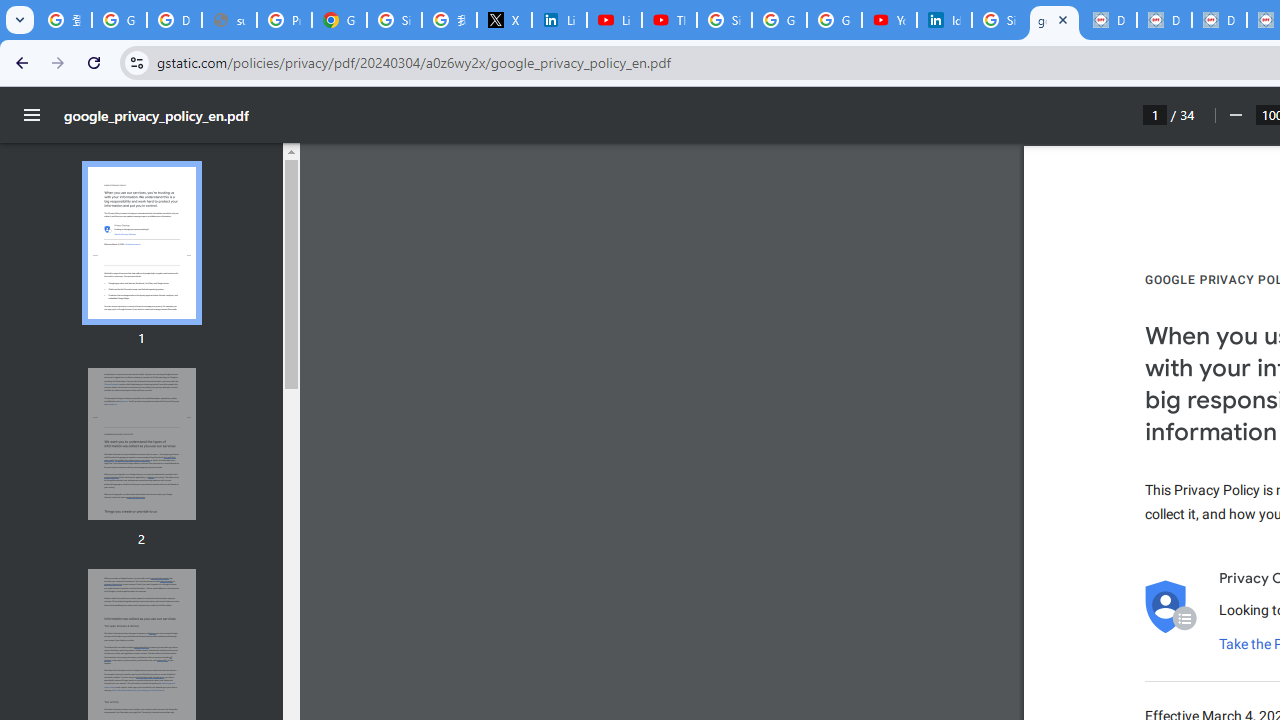 This screenshot has width=1280, height=720. I want to click on 'Thumbnail for page 1', so click(140, 242).